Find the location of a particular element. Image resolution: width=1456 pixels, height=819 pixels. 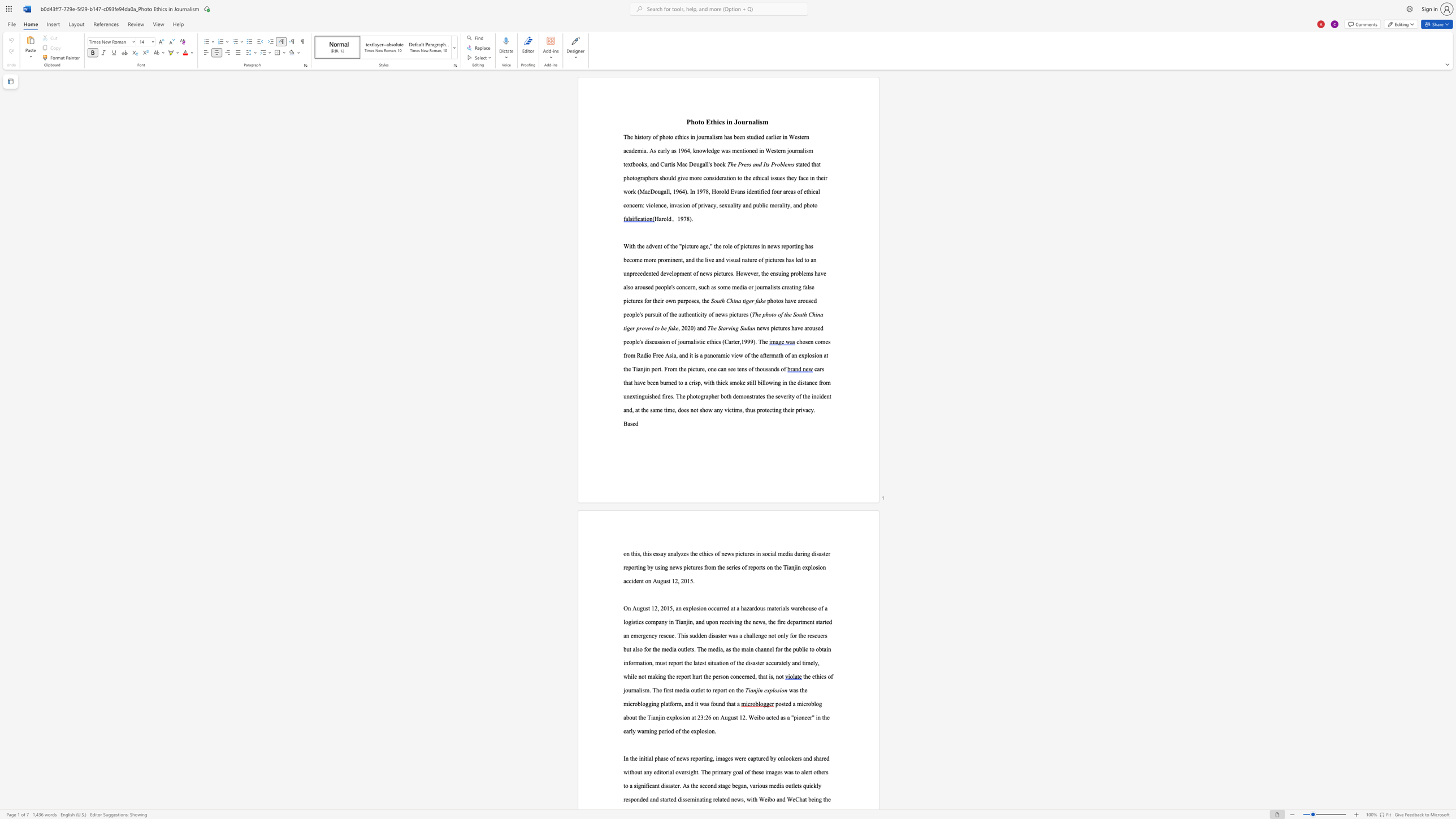

the subset text "the authenti" within the text "photos have aroused people" is located at coordinates (669, 314).